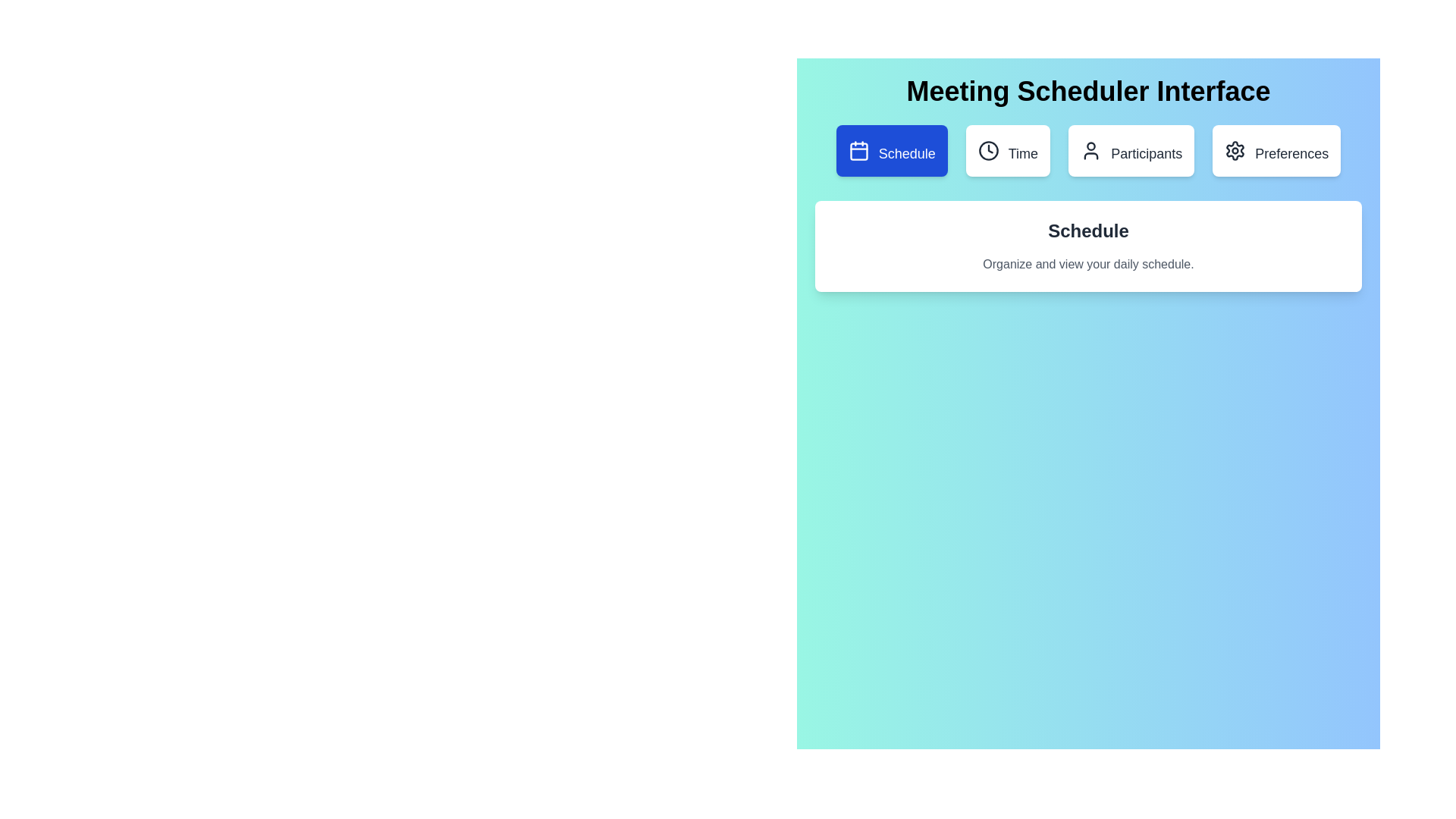 The image size is (1456, 819). What do you see at coordinates (1087, 91) in the screenshot?
I see `the static header text element displaying 'Meeting Scheduler Interface'` at bounding box center [1087, 91].